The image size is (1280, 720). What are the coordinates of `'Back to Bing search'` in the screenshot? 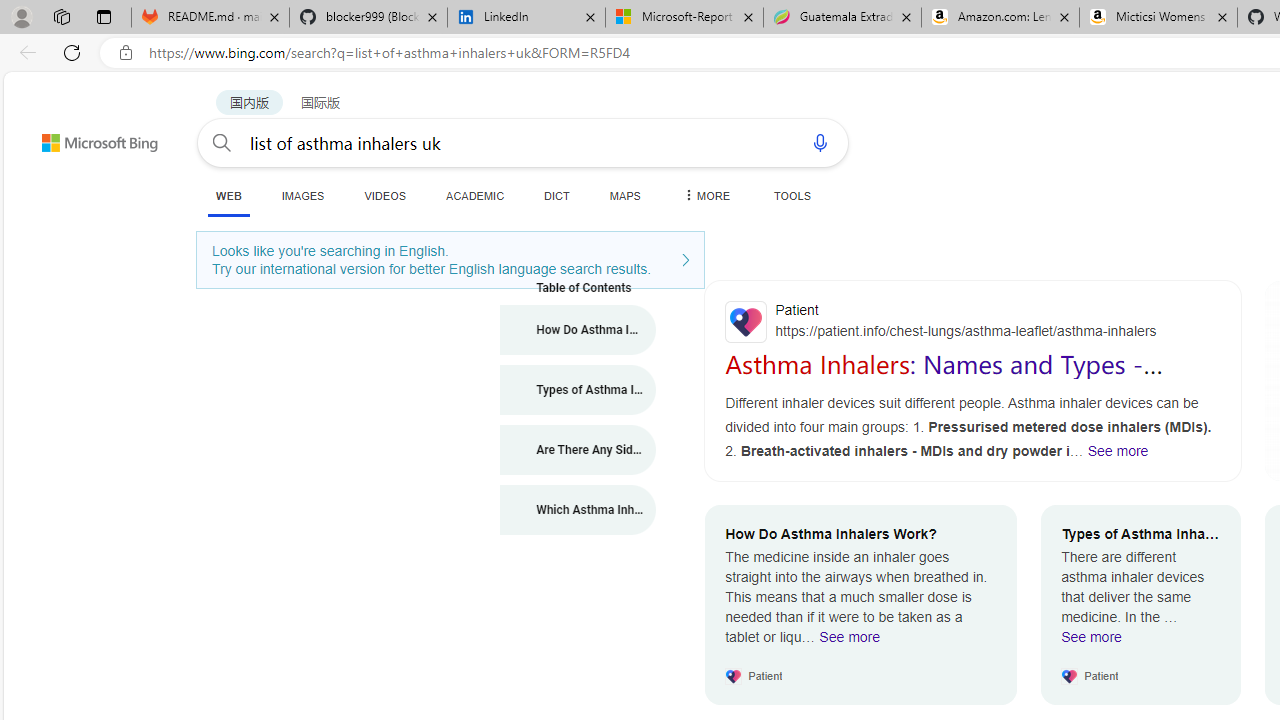 It's located at (86, 137).